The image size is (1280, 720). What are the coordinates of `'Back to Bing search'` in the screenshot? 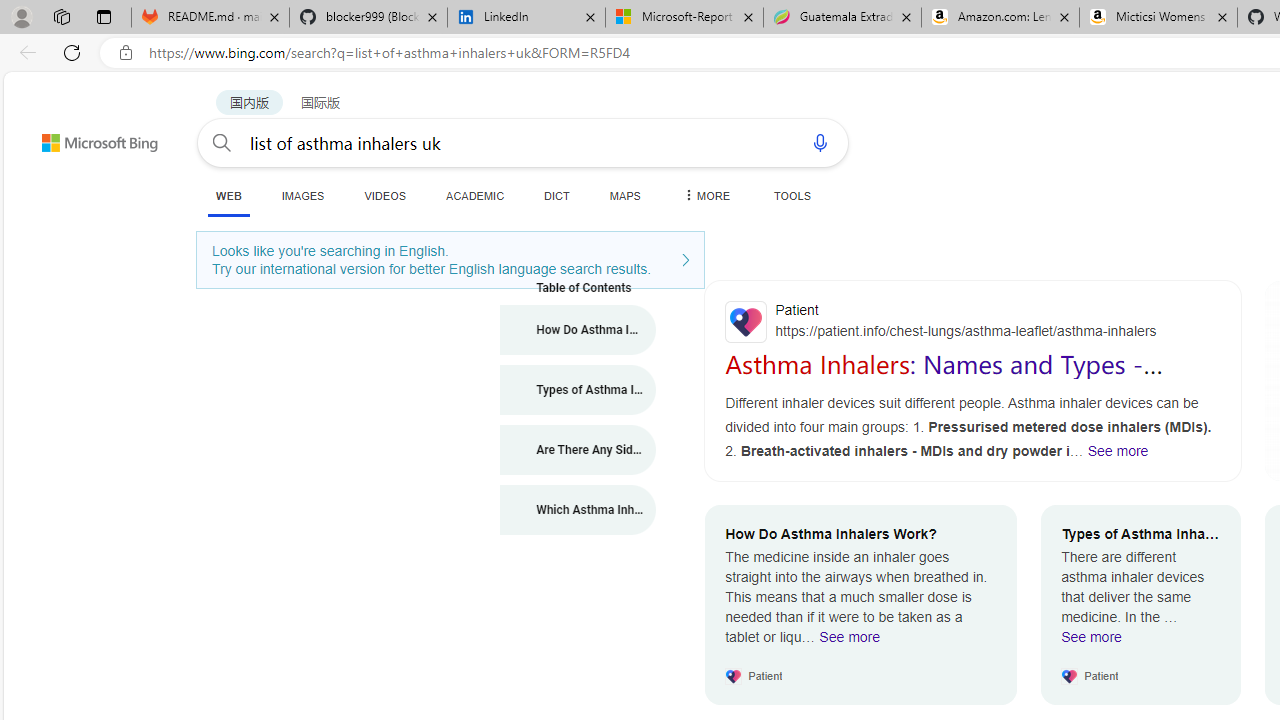 It's located at (86, 137).